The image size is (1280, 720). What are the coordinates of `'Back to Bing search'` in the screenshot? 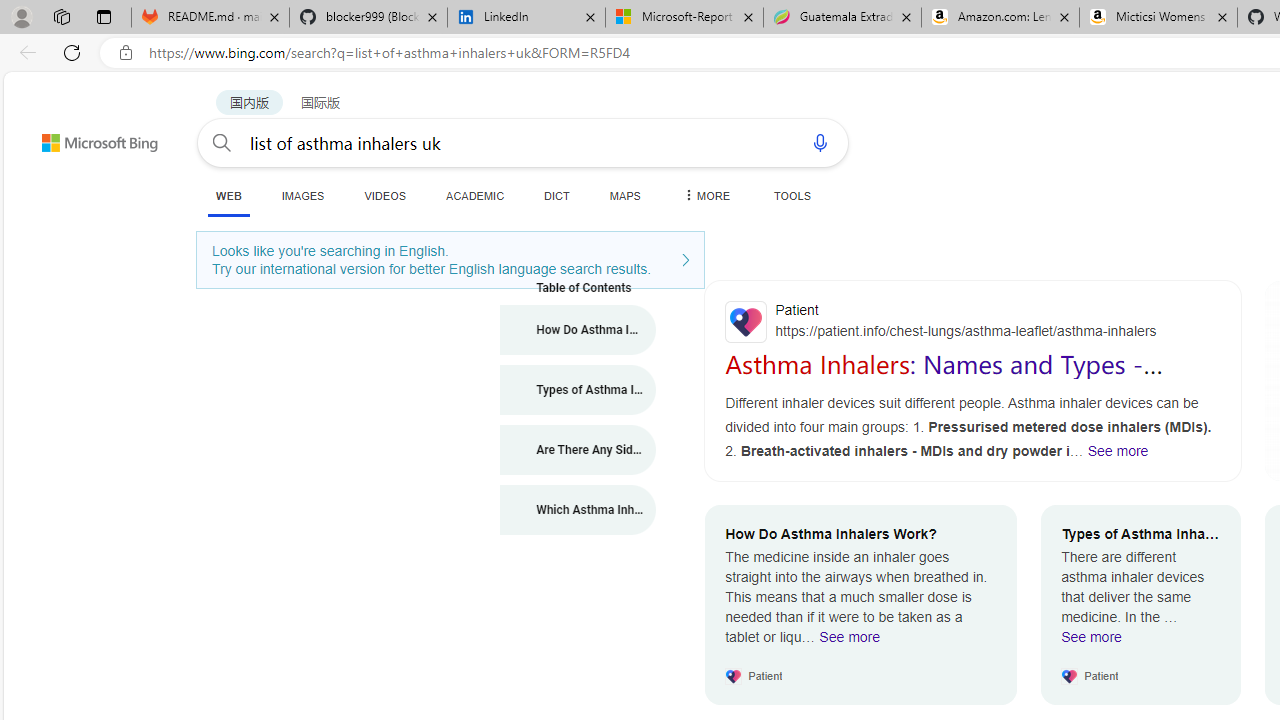 It's located at (86, 137).